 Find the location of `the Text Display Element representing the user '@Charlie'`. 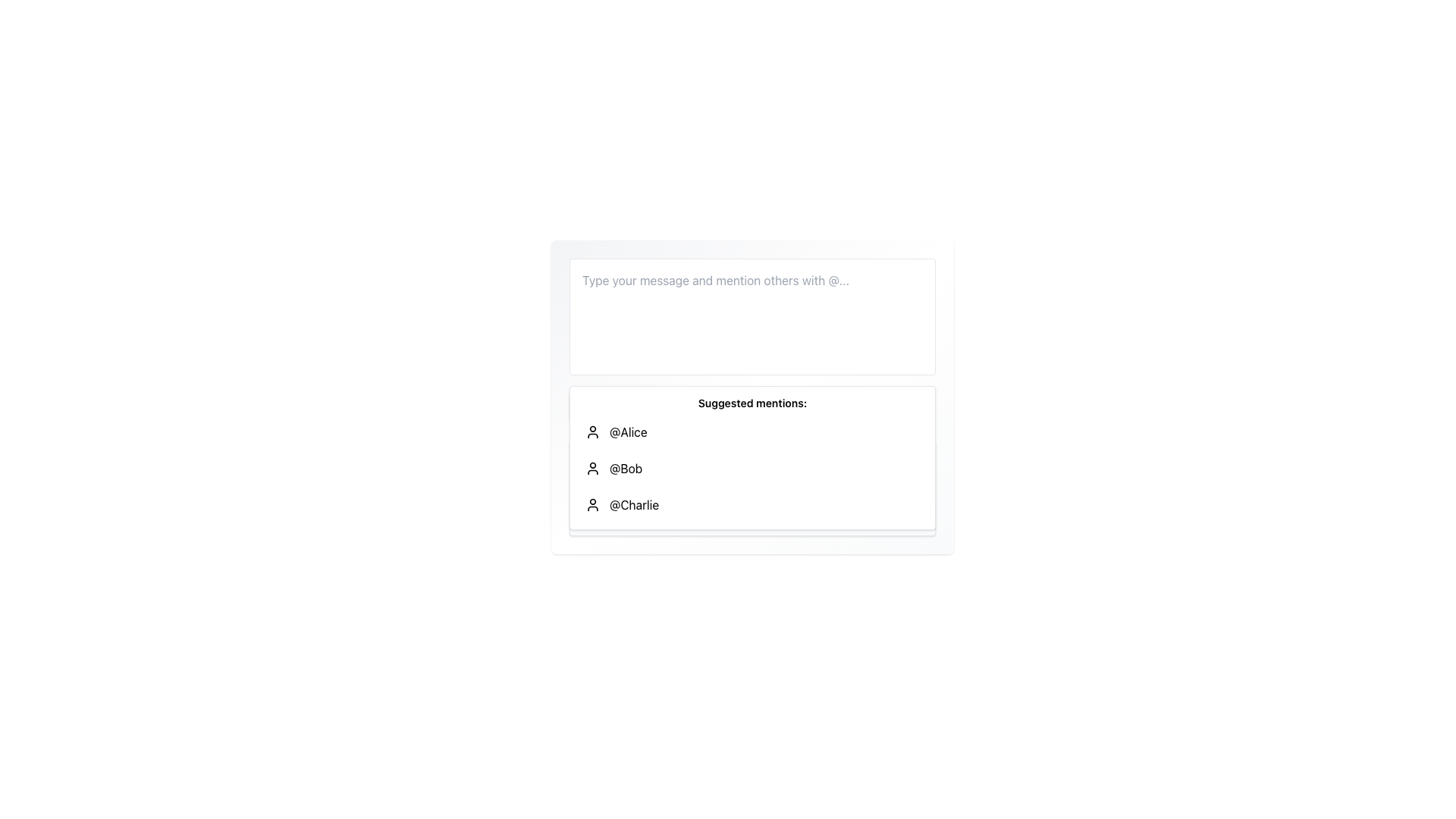

the Text Display Element representing the user '@Charlie' is located at coordinates (634, 505).